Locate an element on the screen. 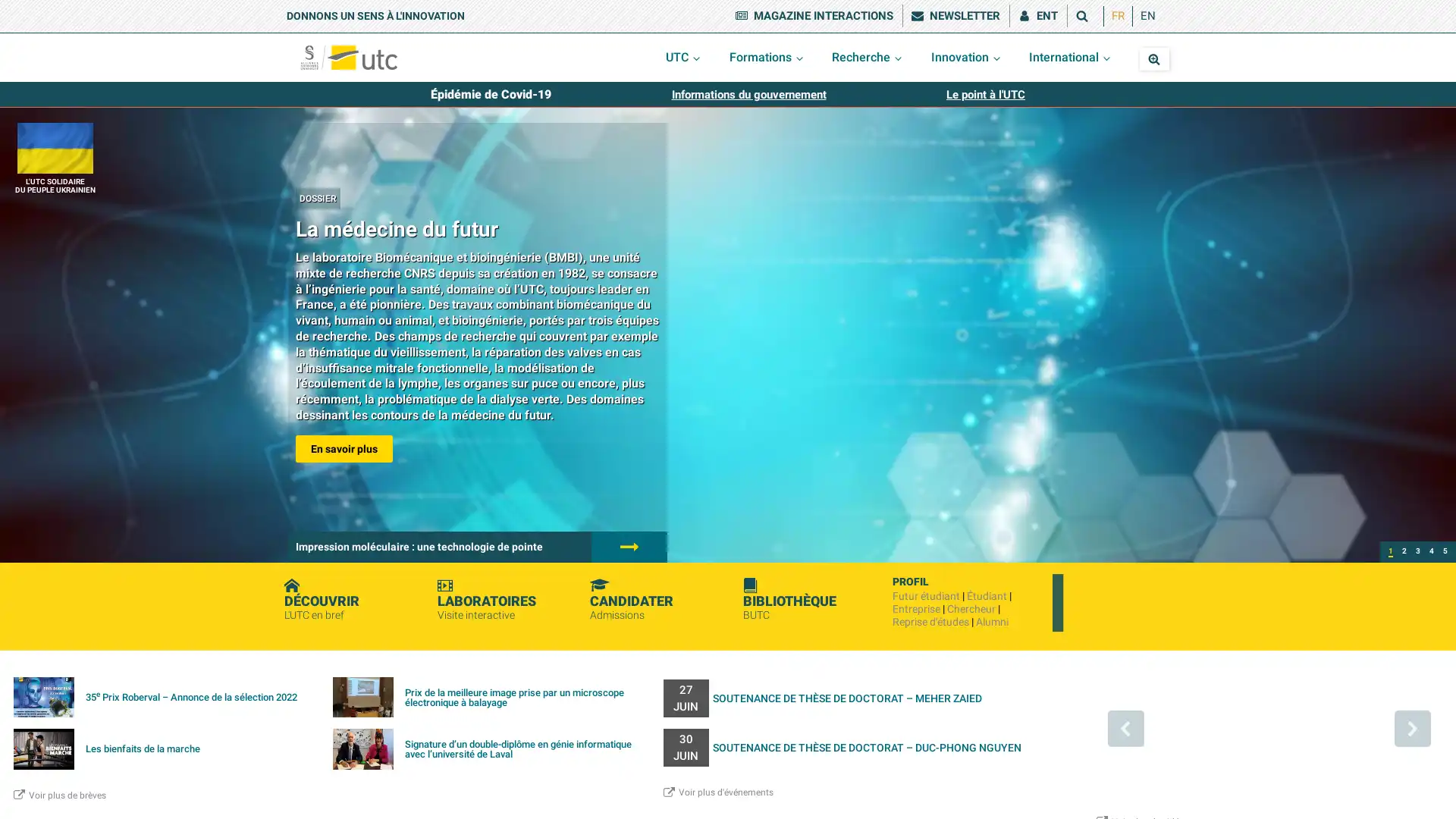 This screenshot has height=819, width=1456. Diapositive precedente is located at coordinates (1125, 727).